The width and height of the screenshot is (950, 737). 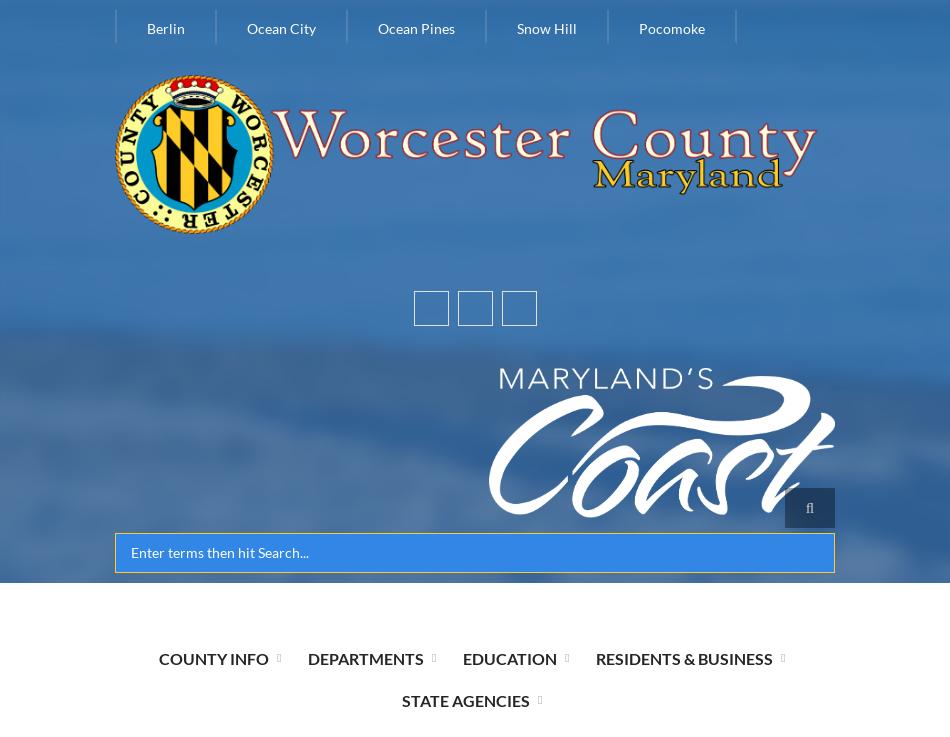 What do you see at coordinates (547, 27) in the screenshot?
I see `'Snow Hill'` at bounding box center [547, 27].